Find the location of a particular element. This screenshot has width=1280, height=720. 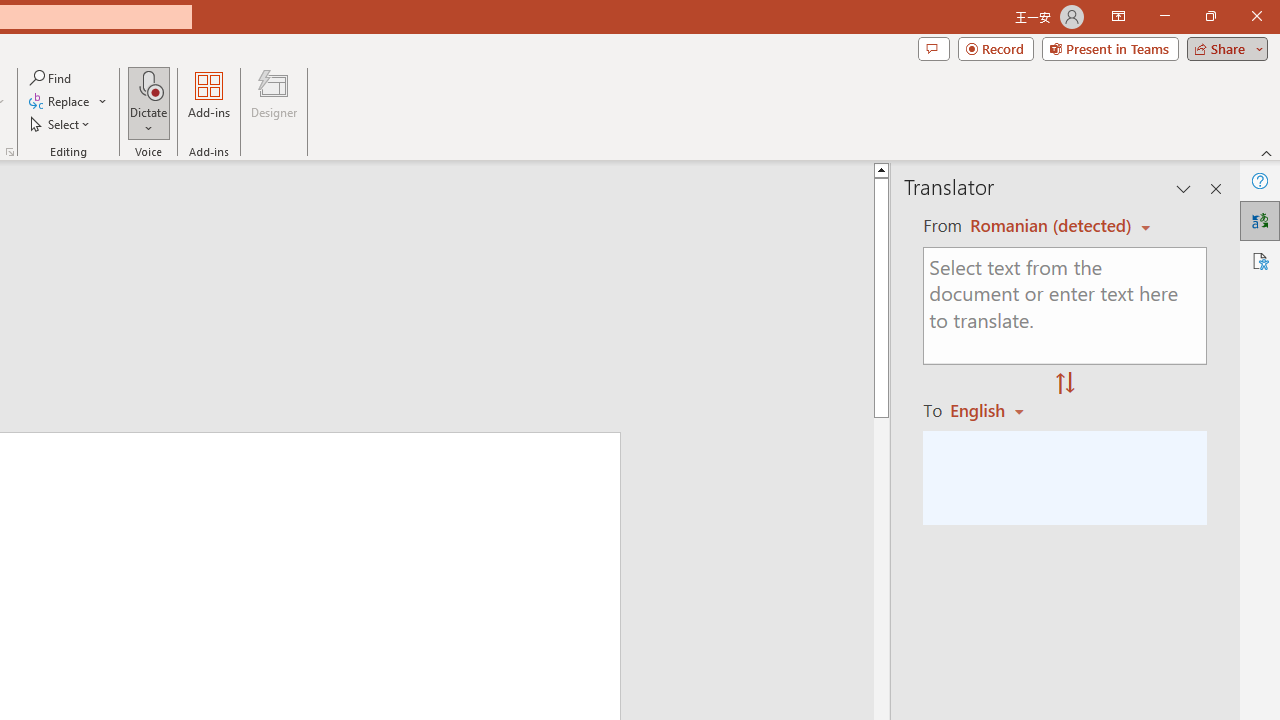

'Restore Down' is located at coordinates (1209, 16).